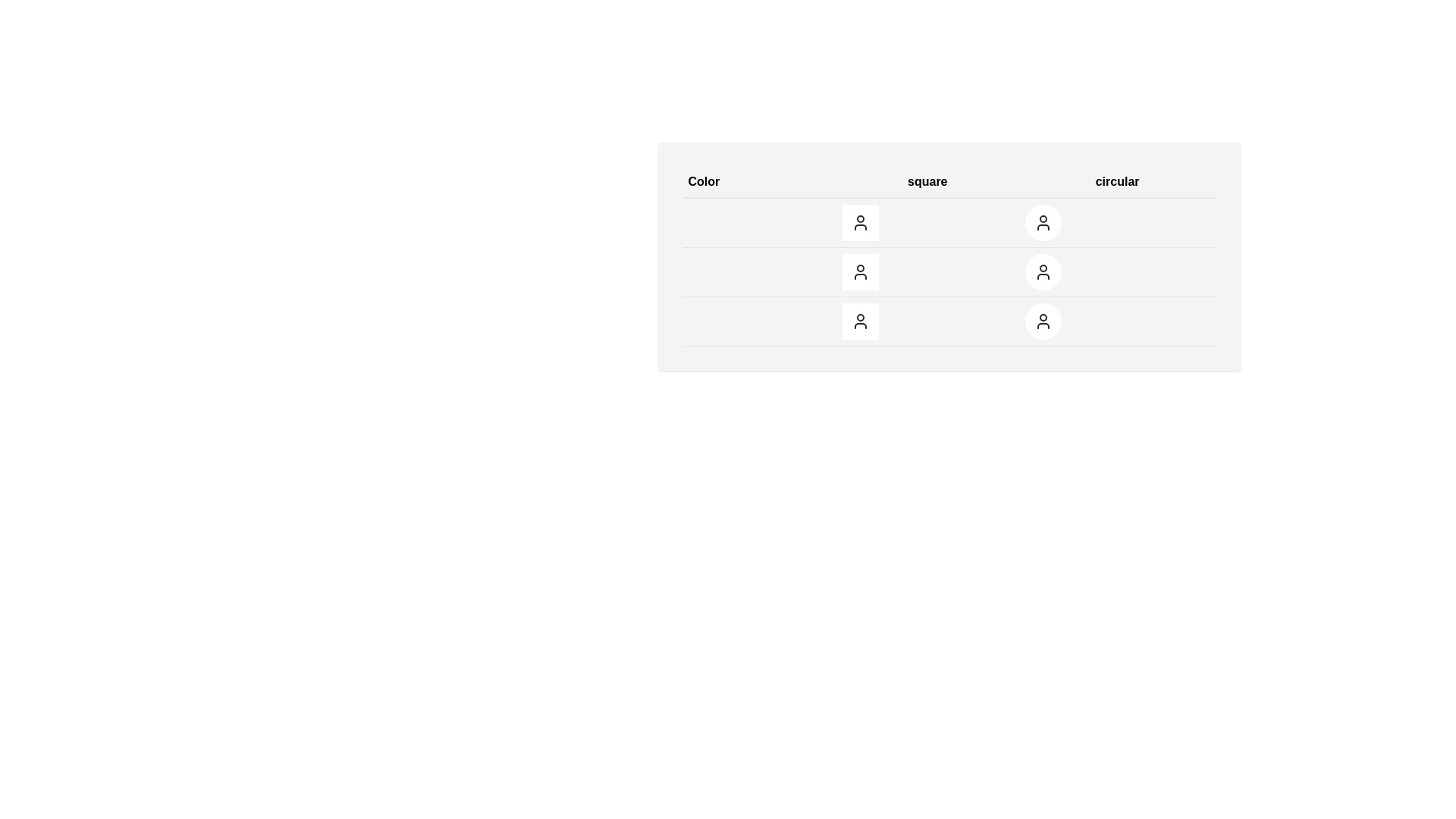  Describe the element at coordinates (860, 222) in the screenshot. I see `the user profile picture icon, which is a dark-colored icon on a light background located in the first rectangle of the left column under the 'square' label` at that location.